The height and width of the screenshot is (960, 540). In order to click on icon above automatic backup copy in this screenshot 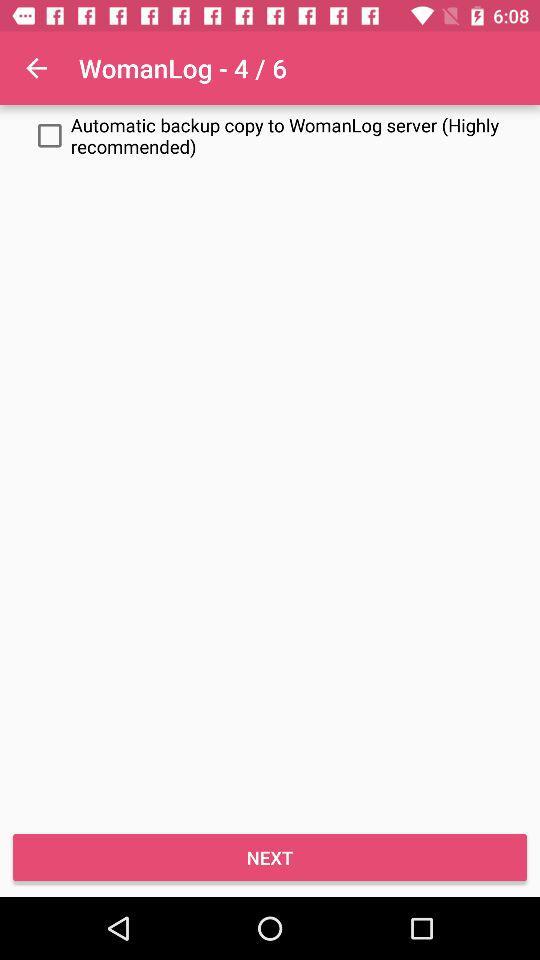, I will do `click(36, 68)`.